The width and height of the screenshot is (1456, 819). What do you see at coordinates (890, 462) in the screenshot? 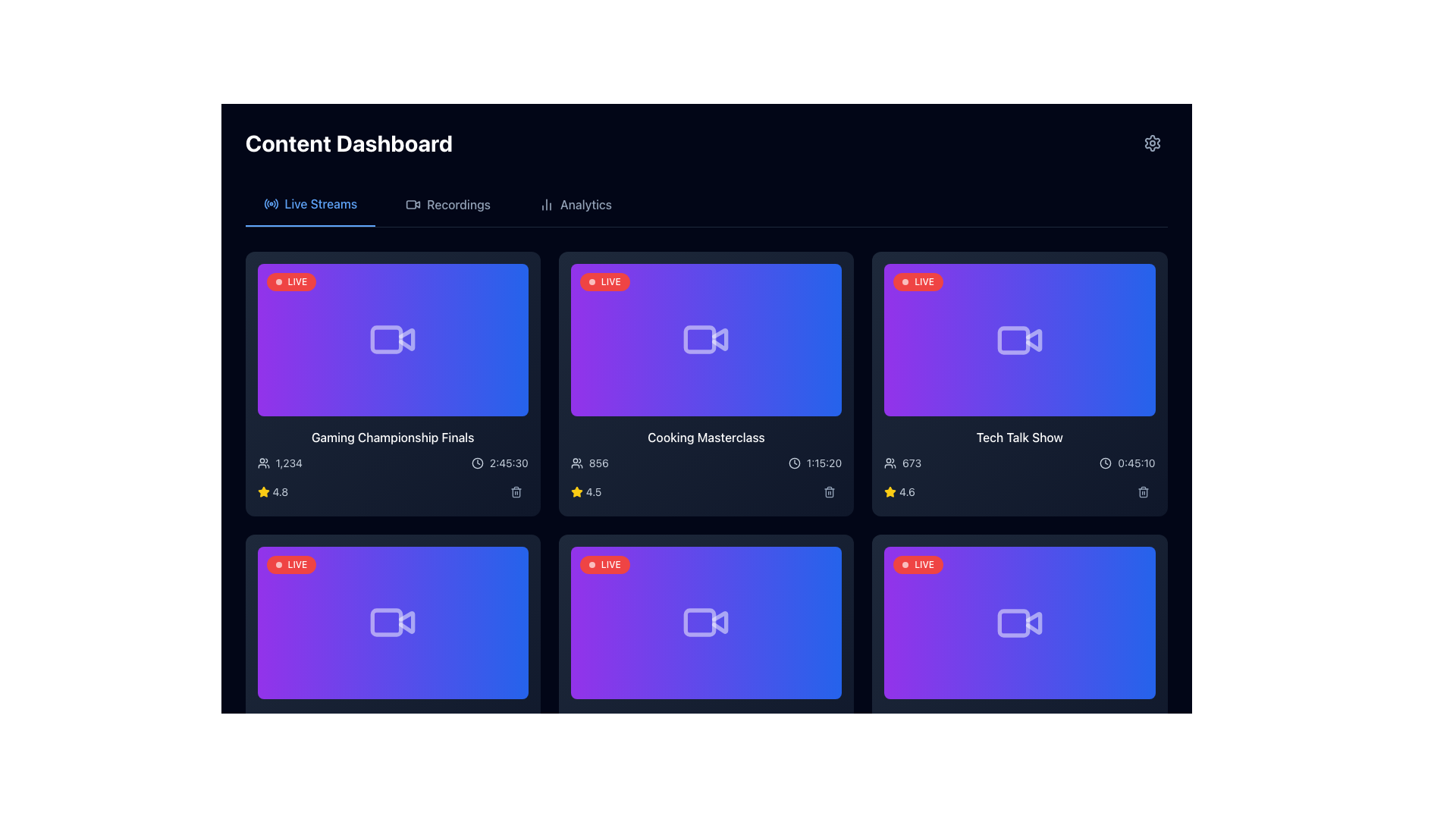
I see `the small icon resembling a group of people located on the rightmost card in the second row of the dashboard, next to the text reading '673'` at bounding box center [890, 462].